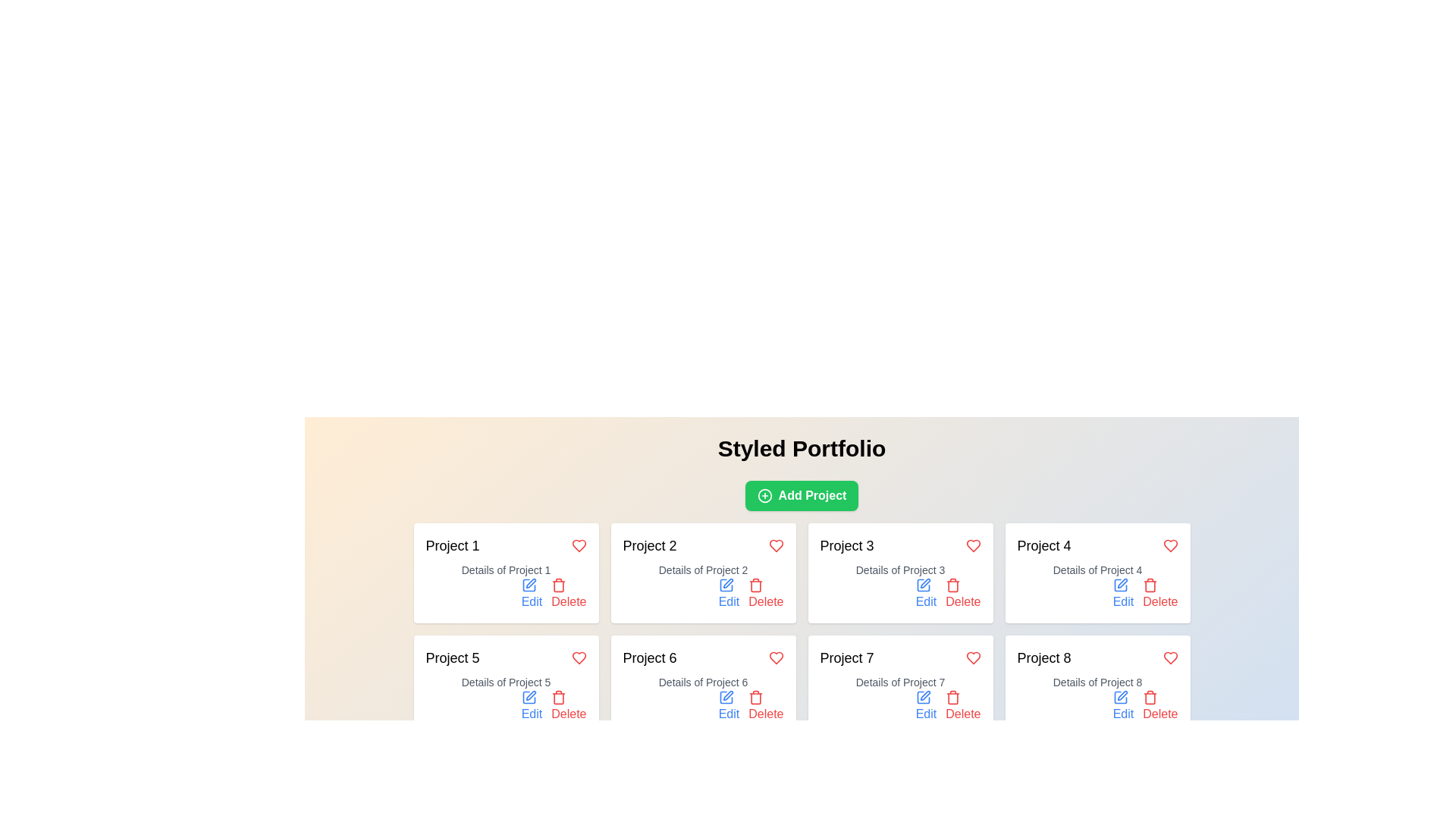  What do you see at coordinates (451, 546) in the screenshot?
I see `the text label displaying 'Project 1', which is styled in bold and larger font within the top-left corner of a card in a grid layout` at bounding box center [451, 546].